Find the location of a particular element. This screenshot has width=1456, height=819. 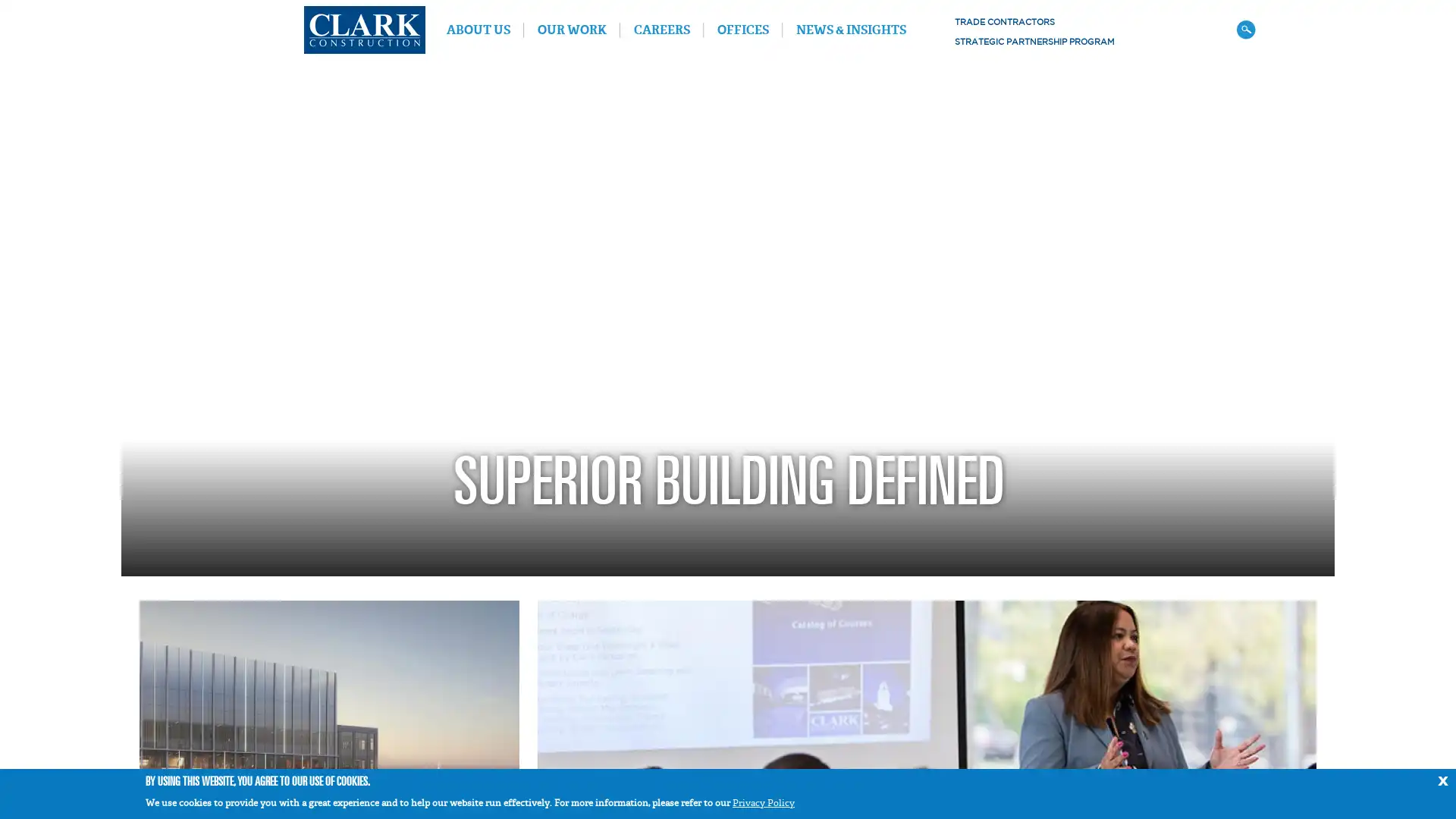

Privacy Policy is located at coordinates (764, 802).